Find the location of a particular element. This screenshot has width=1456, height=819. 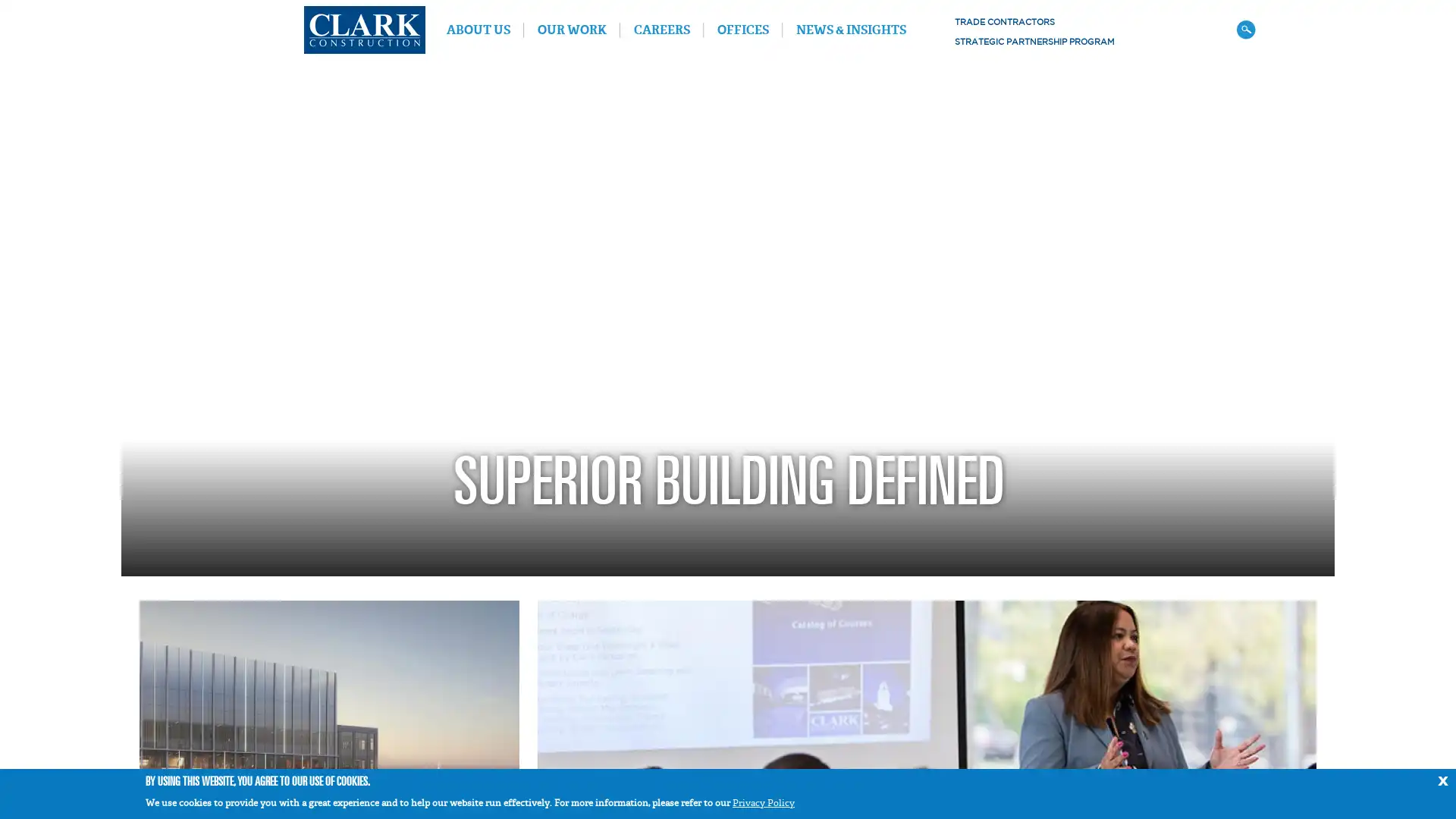

Privacy Policy is located at coordinates (764, 802).